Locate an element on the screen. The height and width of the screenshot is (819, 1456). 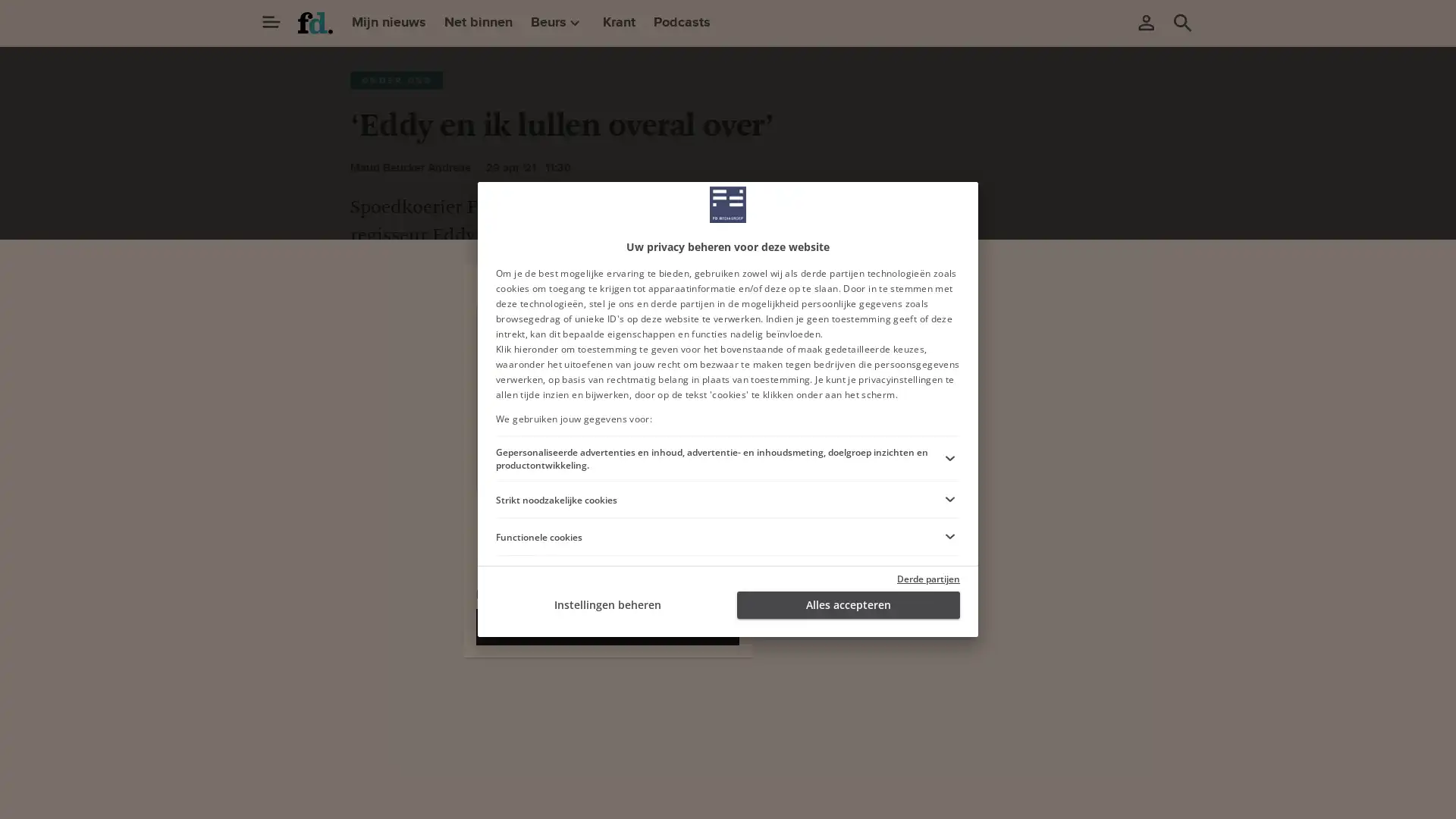
Ga verder is located at coordinates (607, 459).